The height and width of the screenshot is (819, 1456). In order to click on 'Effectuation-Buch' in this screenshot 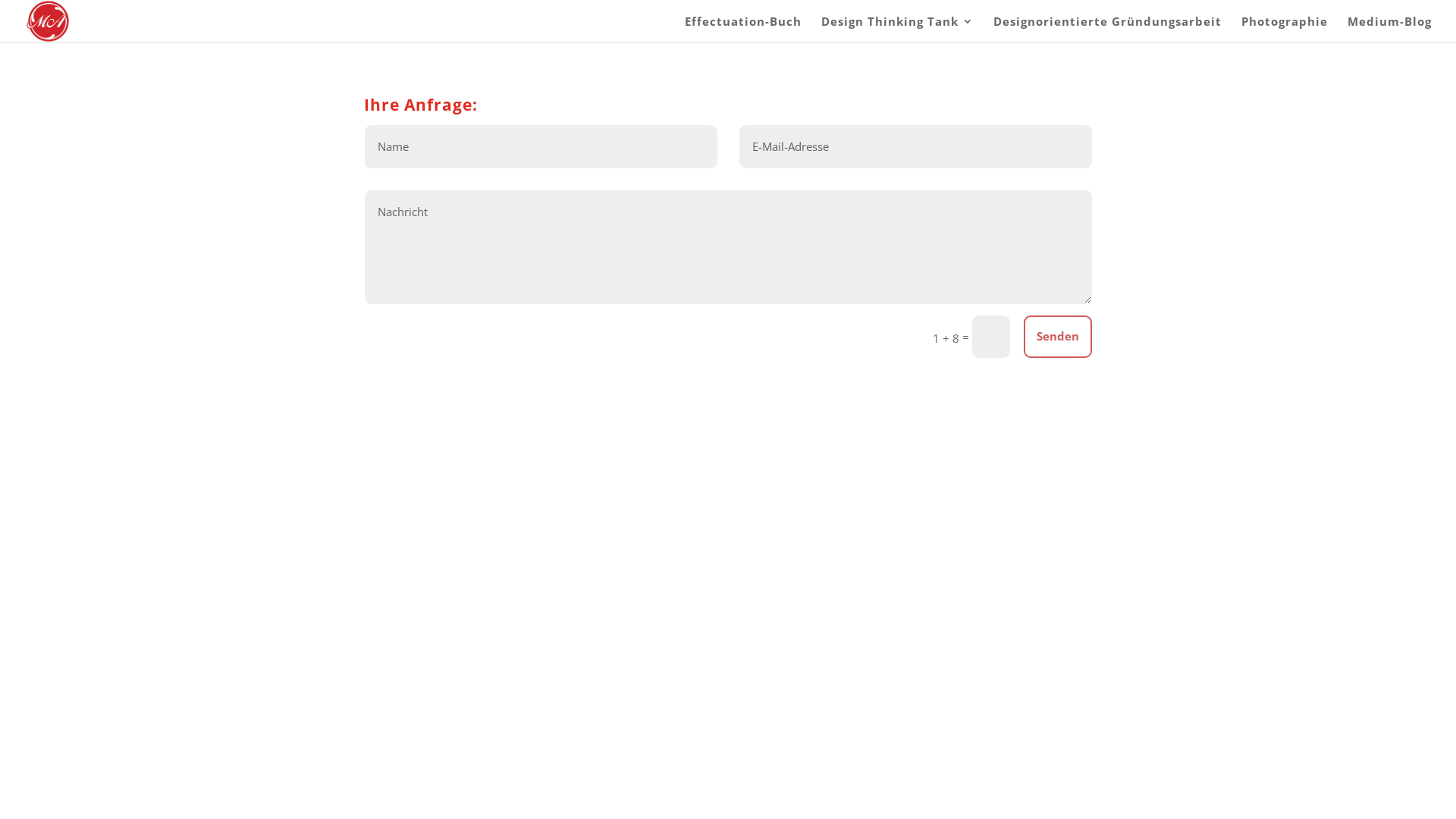, I will do `click(742, 29)`.